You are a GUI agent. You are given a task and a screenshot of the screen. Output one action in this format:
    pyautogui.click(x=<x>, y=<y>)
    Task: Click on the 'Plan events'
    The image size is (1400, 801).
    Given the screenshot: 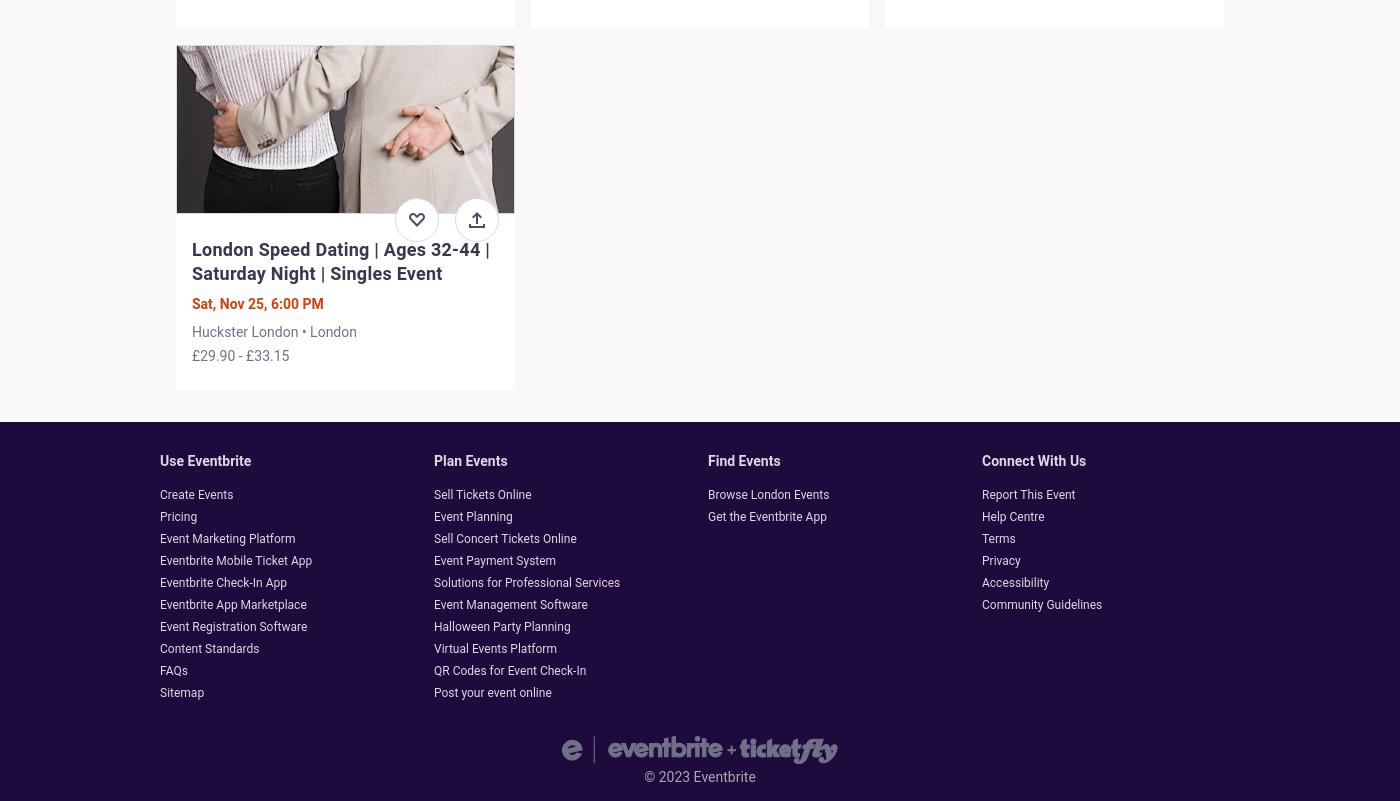 What is the action you would take?
    pyautogui.click(x=469, y=460)
    